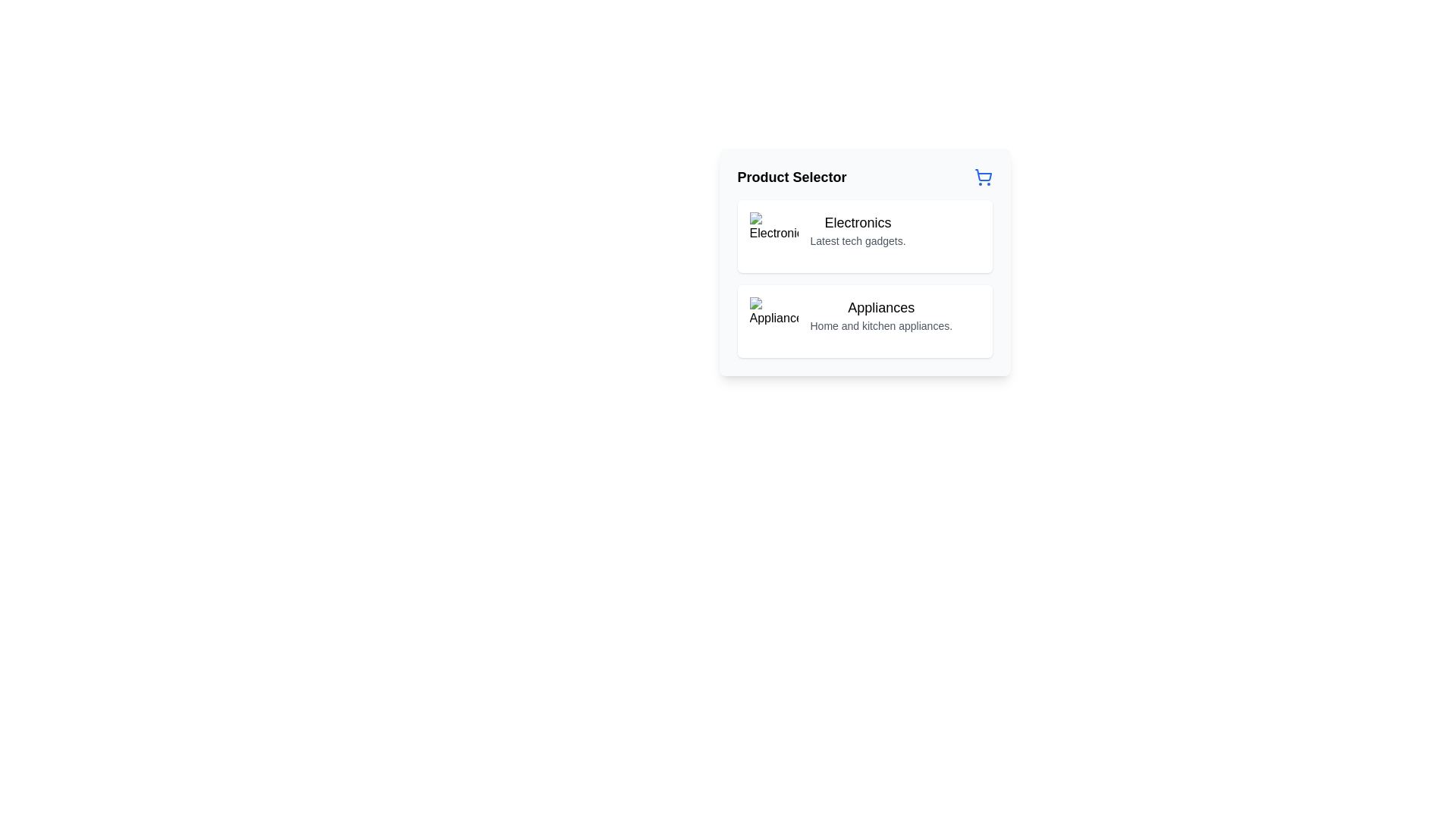 The height and width of the screenshot is (819, 1456). Describe the element at coordinates (983, 177) in the screenshot. I see `the blue shopping cart icon located to the far right of the 'Product Selector' header` at that location.